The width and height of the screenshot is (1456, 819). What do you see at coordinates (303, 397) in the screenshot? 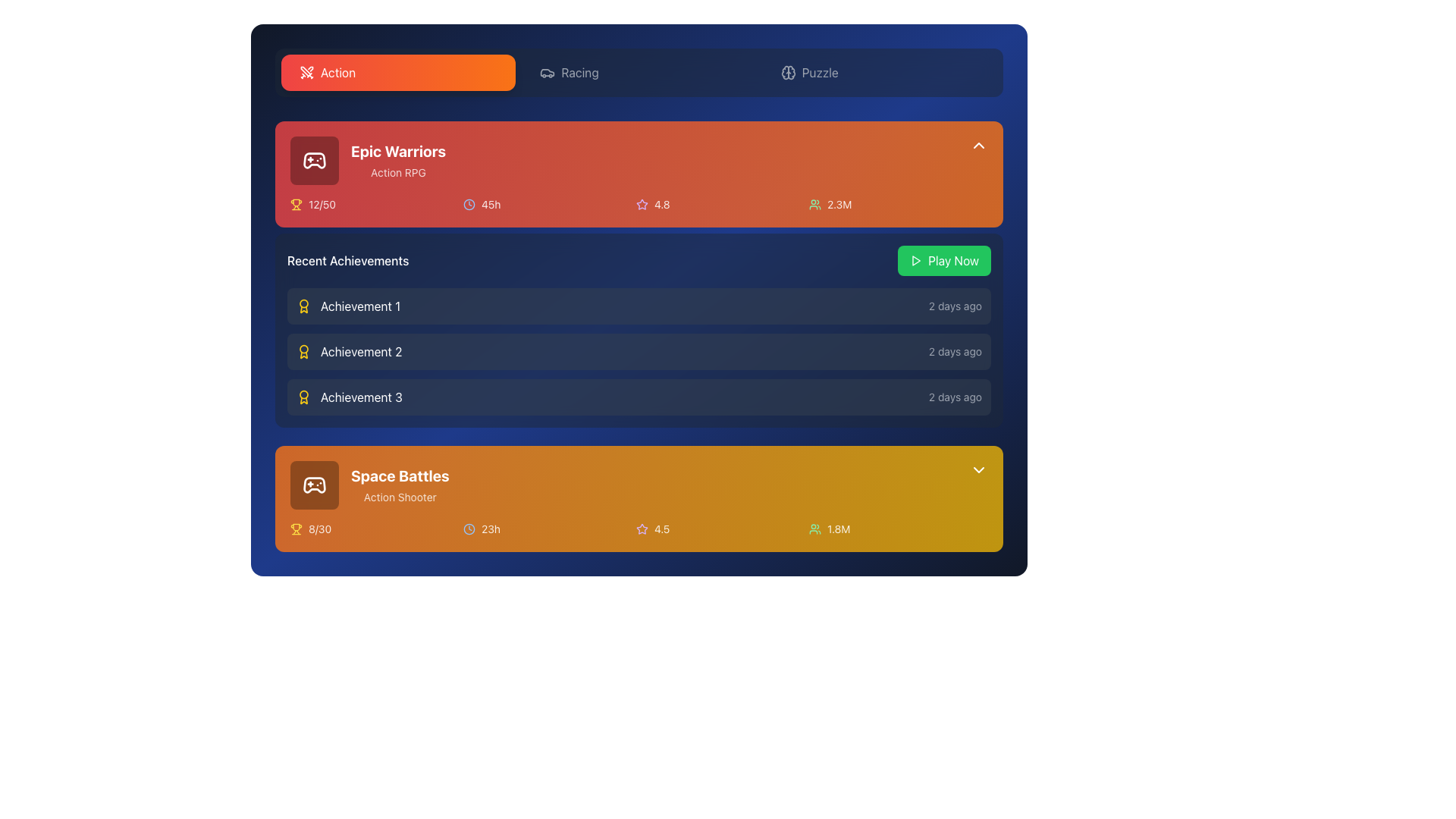
I see `the small, stylized award icon resembling a yellow badge located to the left of the text 'Achievement 3' in the 'Recent Achievements' section` at bounding box center [303, 397].